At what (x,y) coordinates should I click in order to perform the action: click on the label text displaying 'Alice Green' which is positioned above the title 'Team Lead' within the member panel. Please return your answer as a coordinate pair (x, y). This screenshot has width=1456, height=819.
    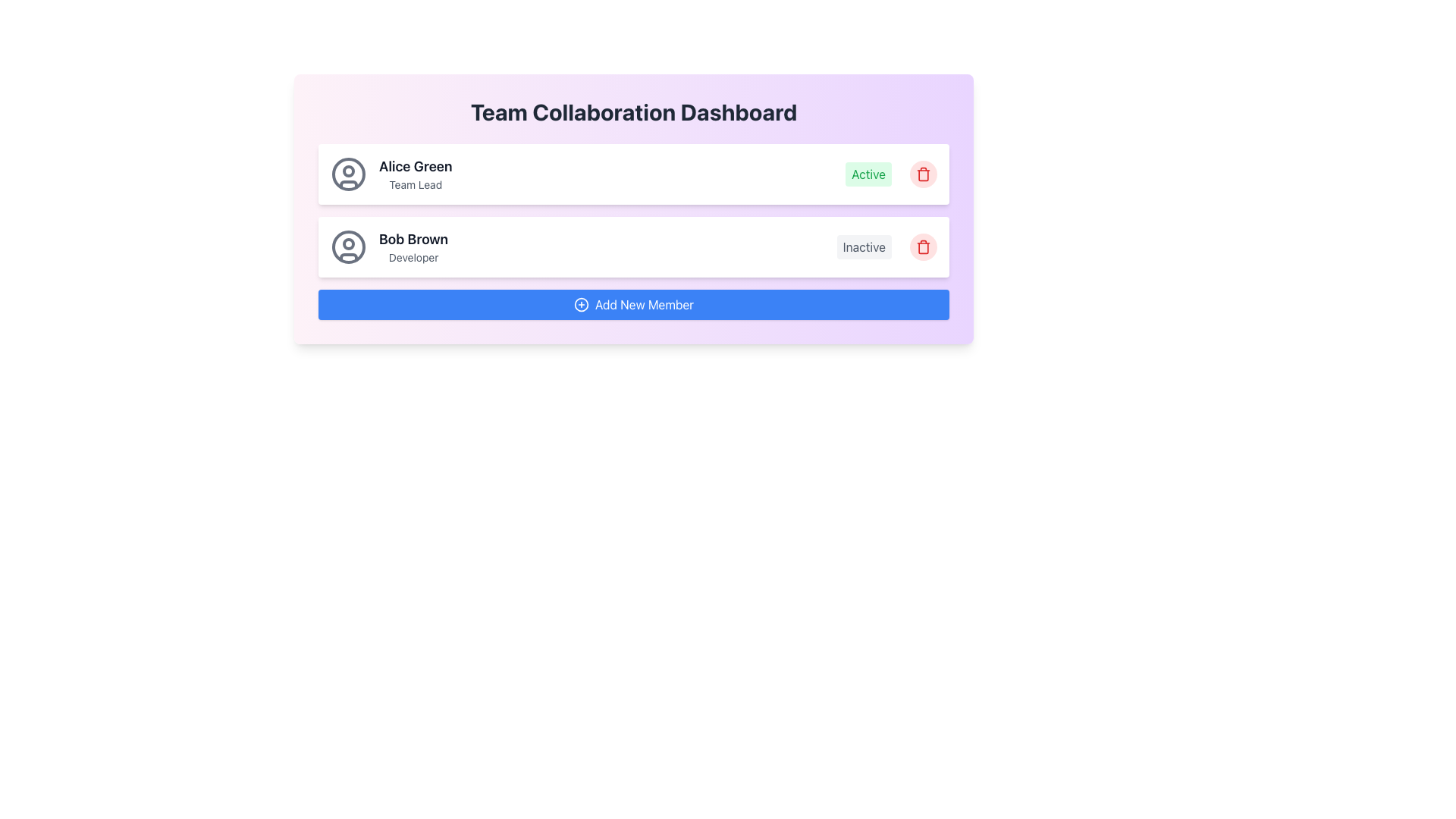
    Looking at the image, I should click on (416, 174).